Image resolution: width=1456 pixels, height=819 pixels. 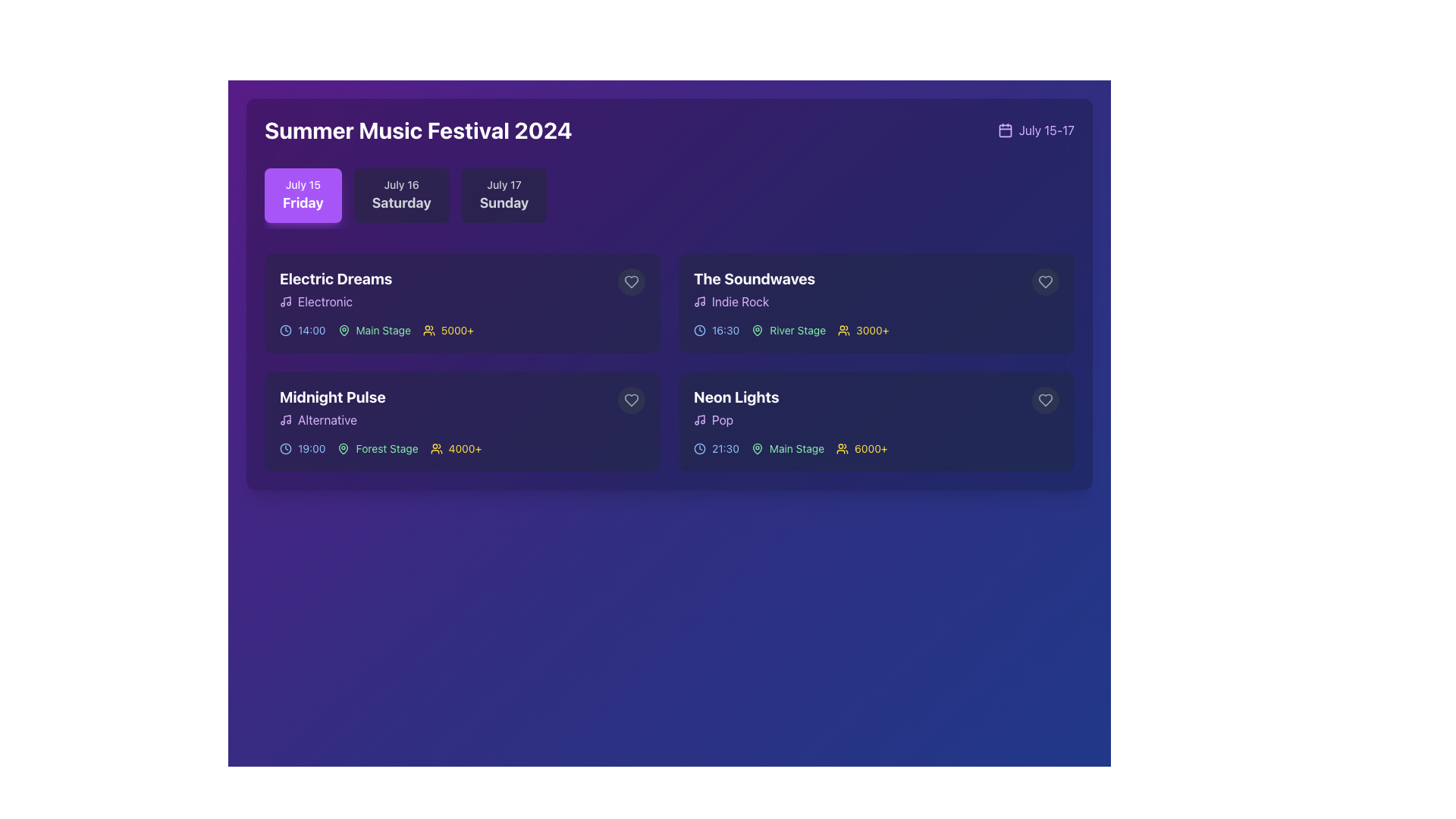 What do you see at coordinates (461, 329) in the screenshot?
I see `information displayed in the textual metadata row for the 'Electric Dreams' event, including time, location, and attendance details, which are visually separated by distinctive icons` at bounding box center [461, 329].